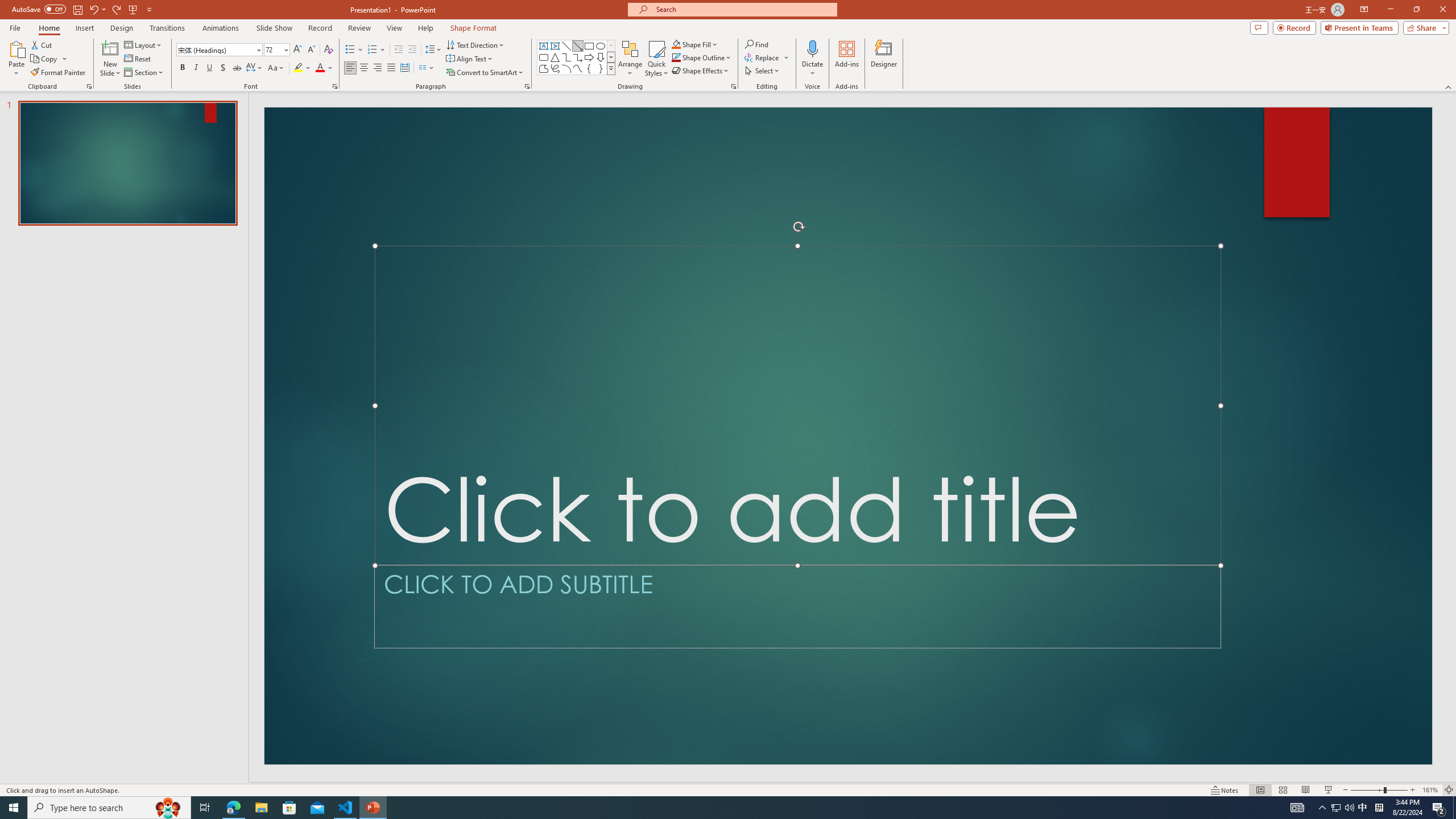  What do you see at coordinates (1430, 790) in the screenshot?
I see `'Zoom 161%'` at bounding box center [1430, 790].